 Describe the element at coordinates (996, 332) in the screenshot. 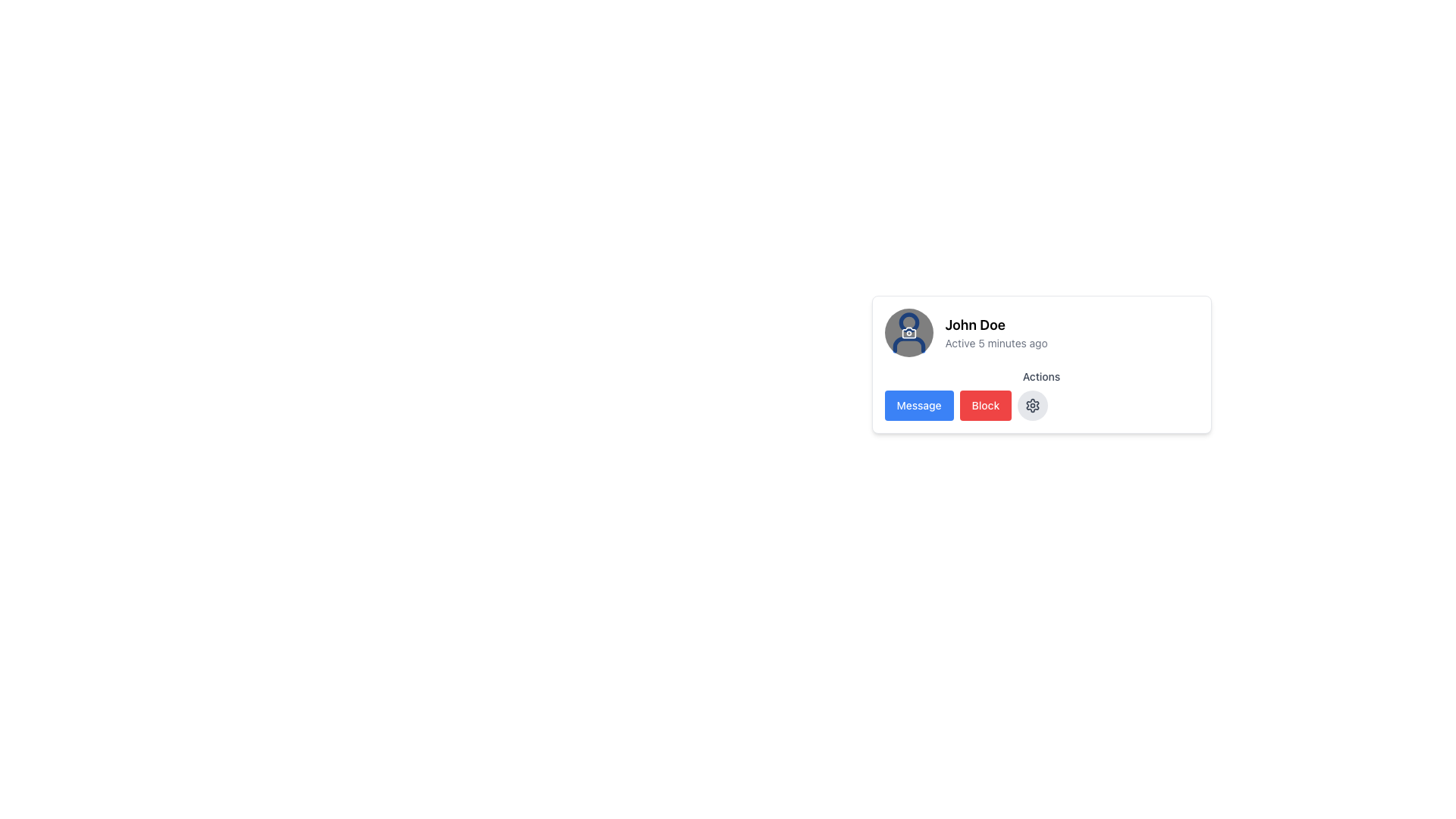

I see `the name text 'John Doe' in the text block element, which is located to the right of the circular avatar image and is part of a card layout` at that location.